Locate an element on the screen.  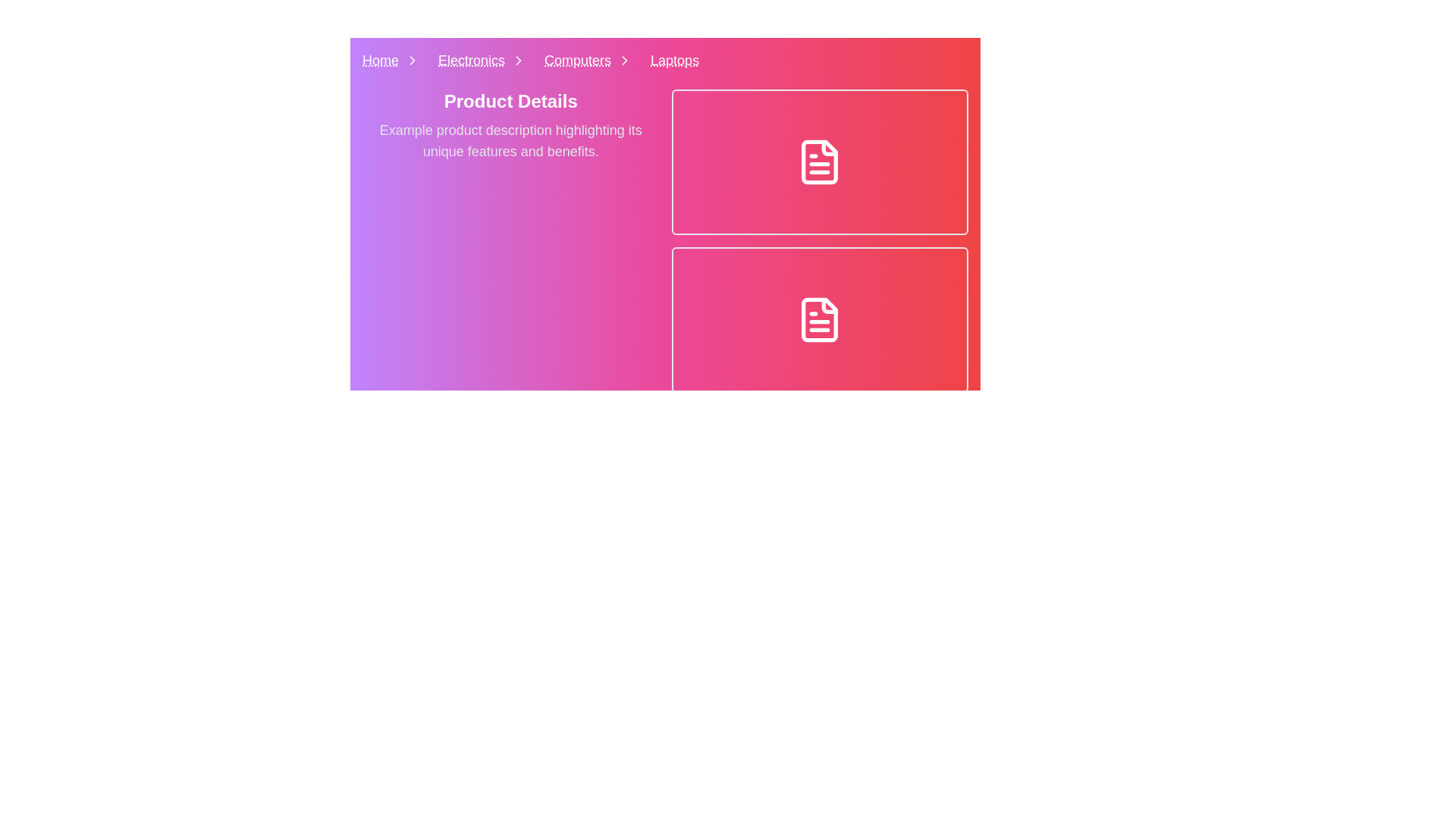
the 'Computers' hyperlink in the breadcrumb list is located at coordinates (577, 60).